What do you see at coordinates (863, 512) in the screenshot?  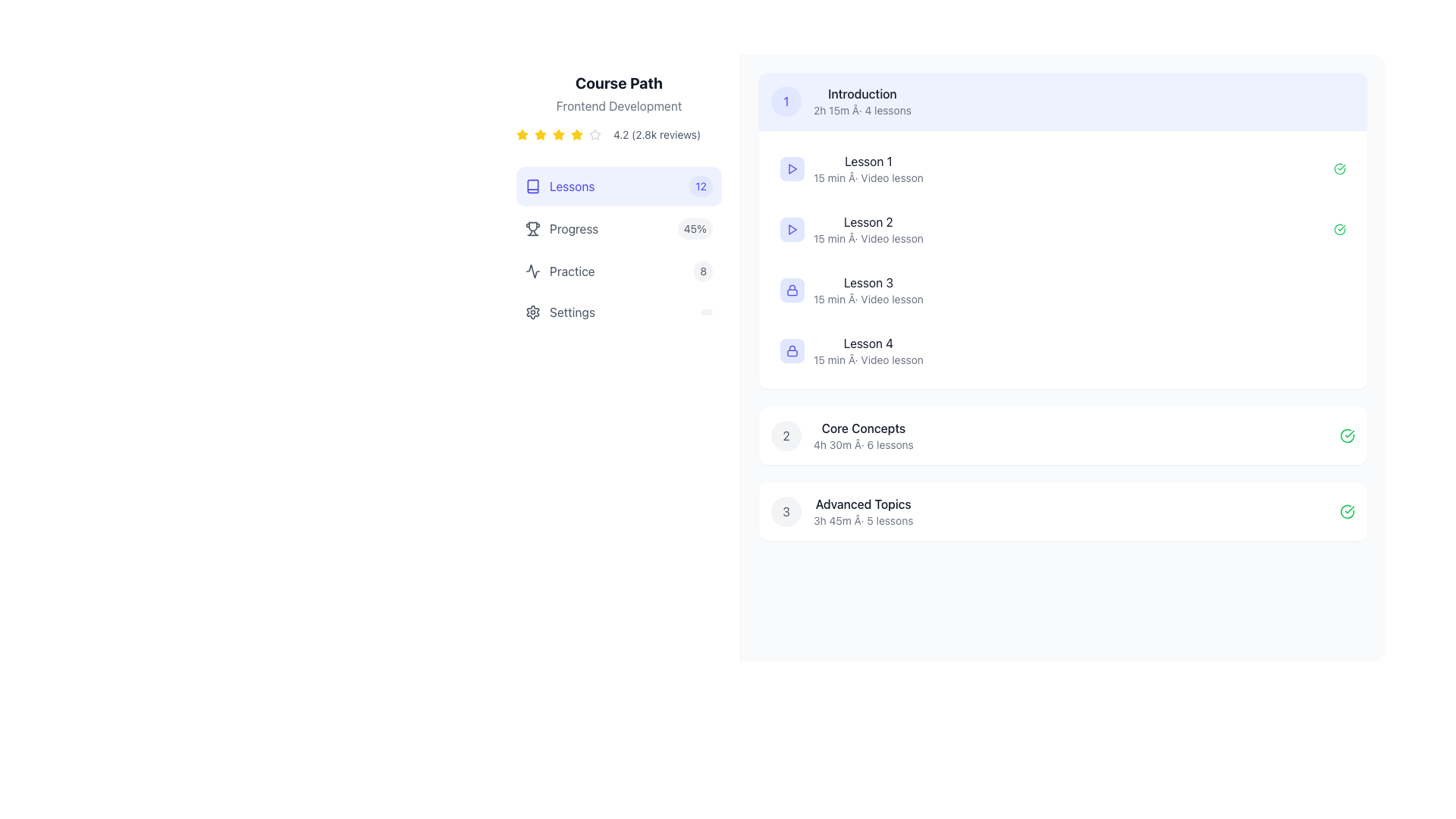 I see `information displayed in the textual informational display that contains 'Advanced Topics' and '3h 45m · 5 lessons.'` at bounding box center [863, 512].